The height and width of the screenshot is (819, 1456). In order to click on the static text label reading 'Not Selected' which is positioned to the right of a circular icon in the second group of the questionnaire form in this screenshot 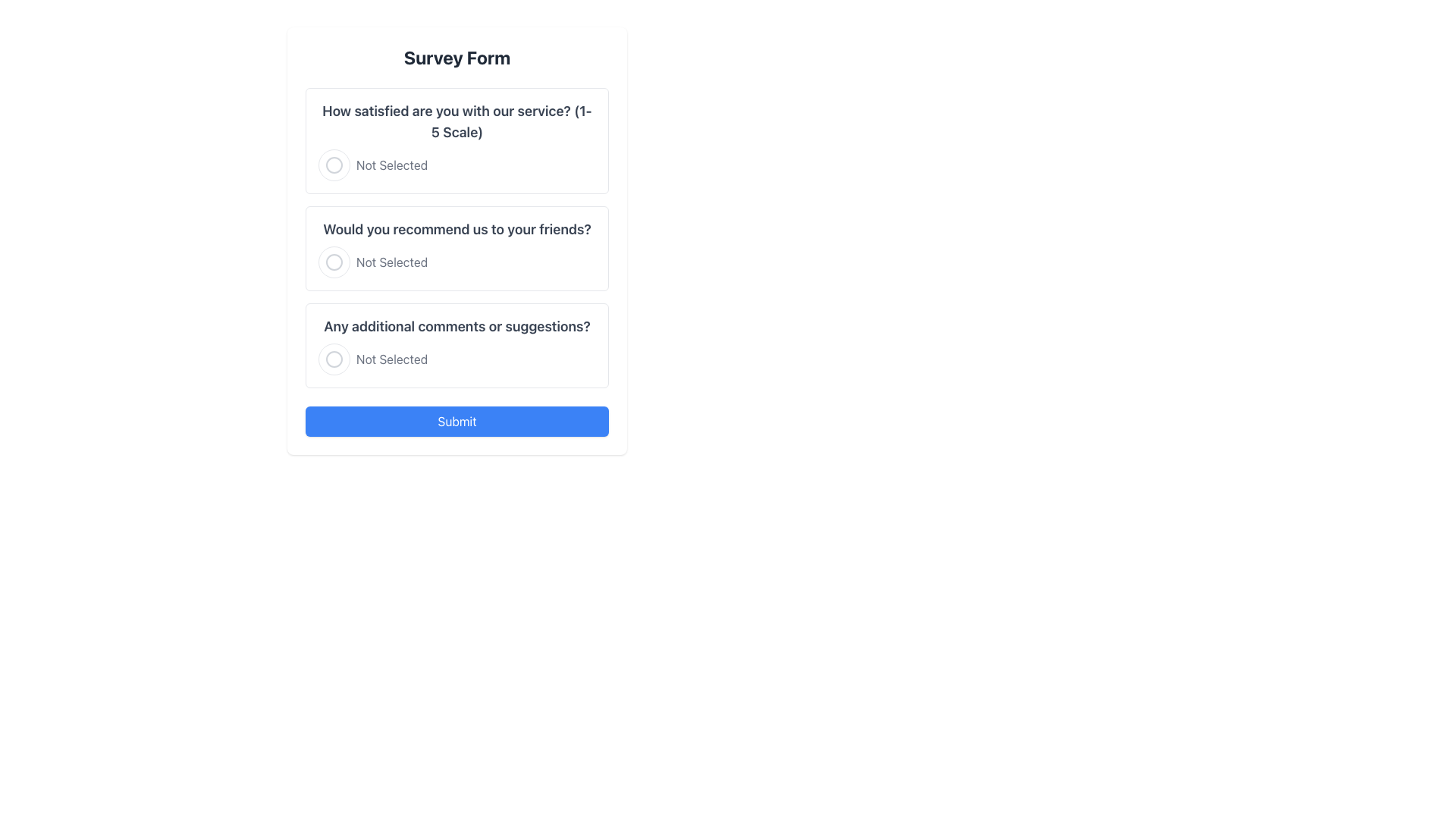, I will do `click(392, 262)`.